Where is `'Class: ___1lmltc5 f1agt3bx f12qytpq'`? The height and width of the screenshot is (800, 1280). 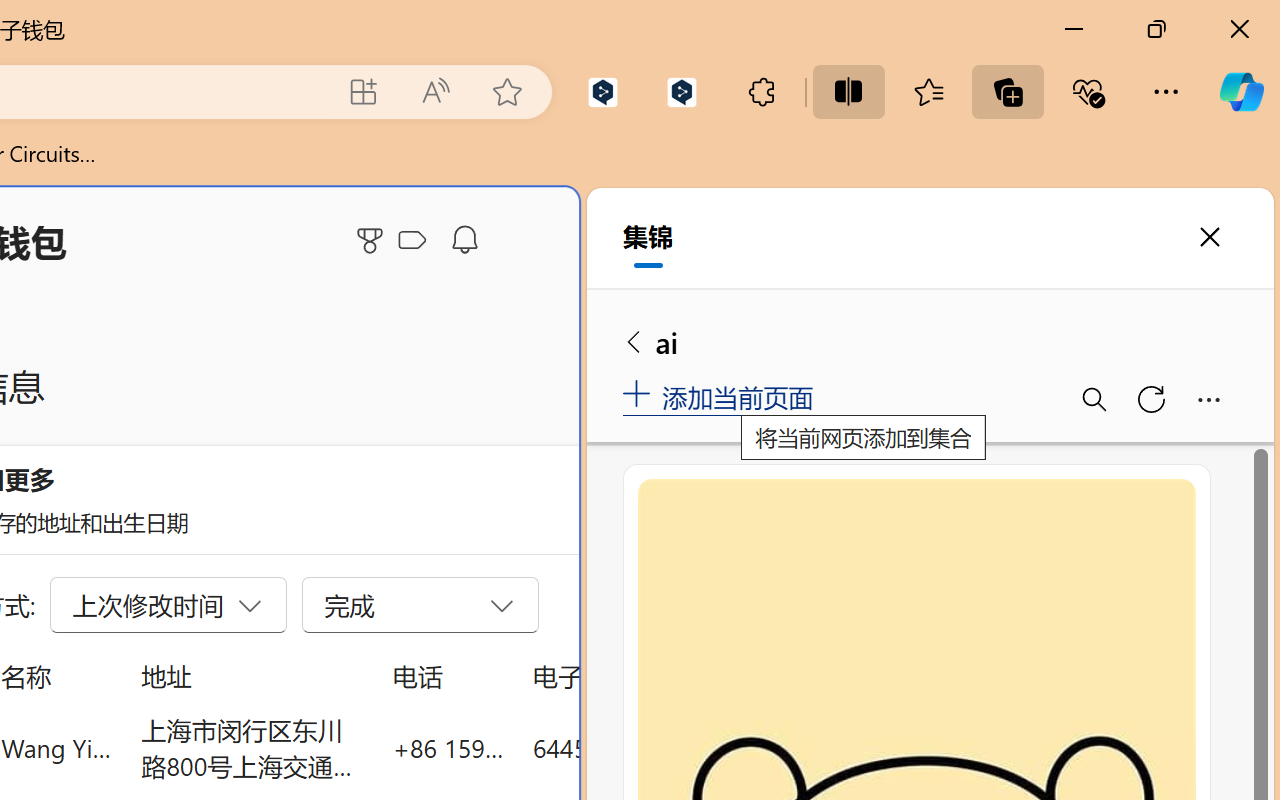 'Class: ___1lmltc5 f1agt3bx f12qytpq' is located at coordinates (411, 240).